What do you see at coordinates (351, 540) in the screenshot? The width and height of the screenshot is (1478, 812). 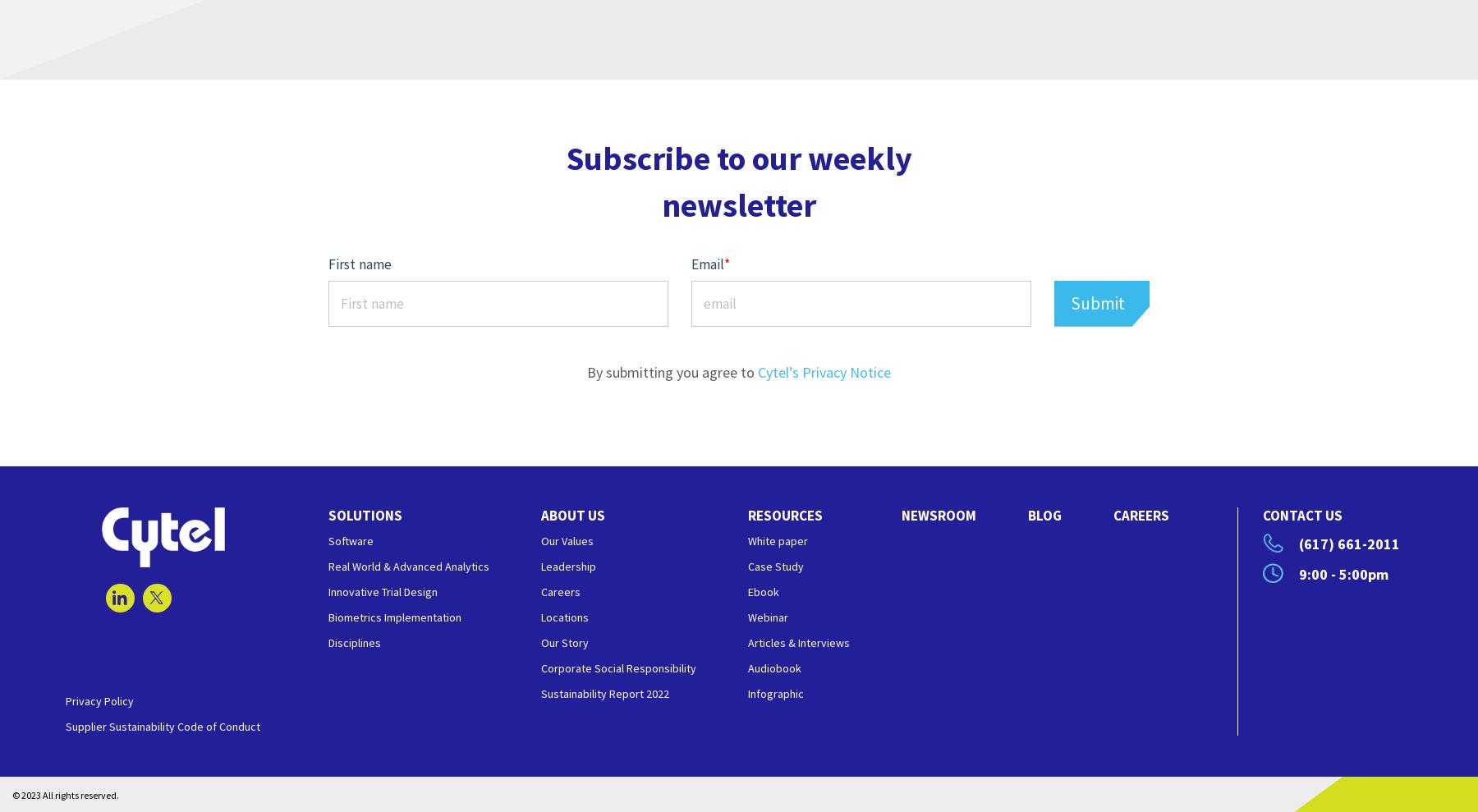 I see `'Software'` at bounding box center [351, 540].